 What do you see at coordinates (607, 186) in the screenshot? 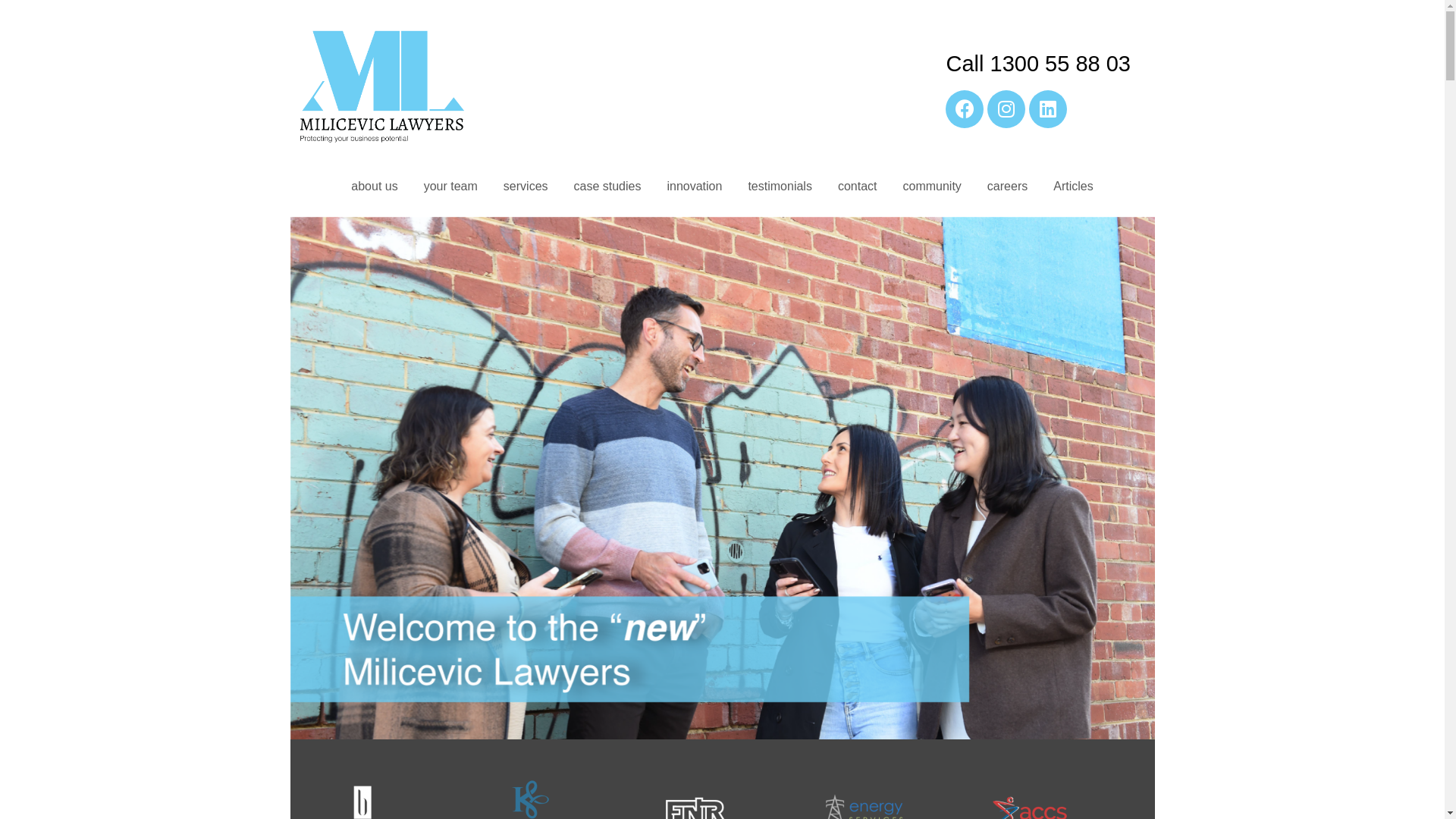
I see `'case studies'` at bounding box center [607, 186].